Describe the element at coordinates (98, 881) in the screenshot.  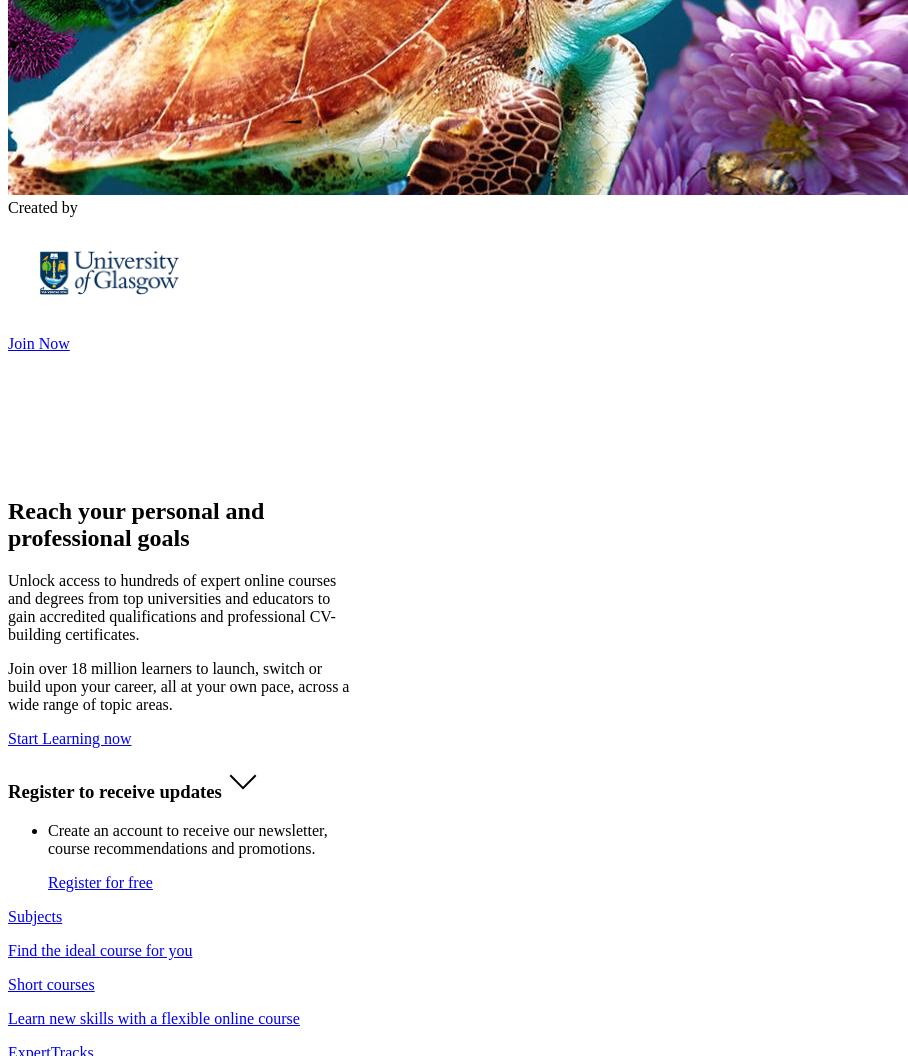
I see `'Register for free'` at that location.